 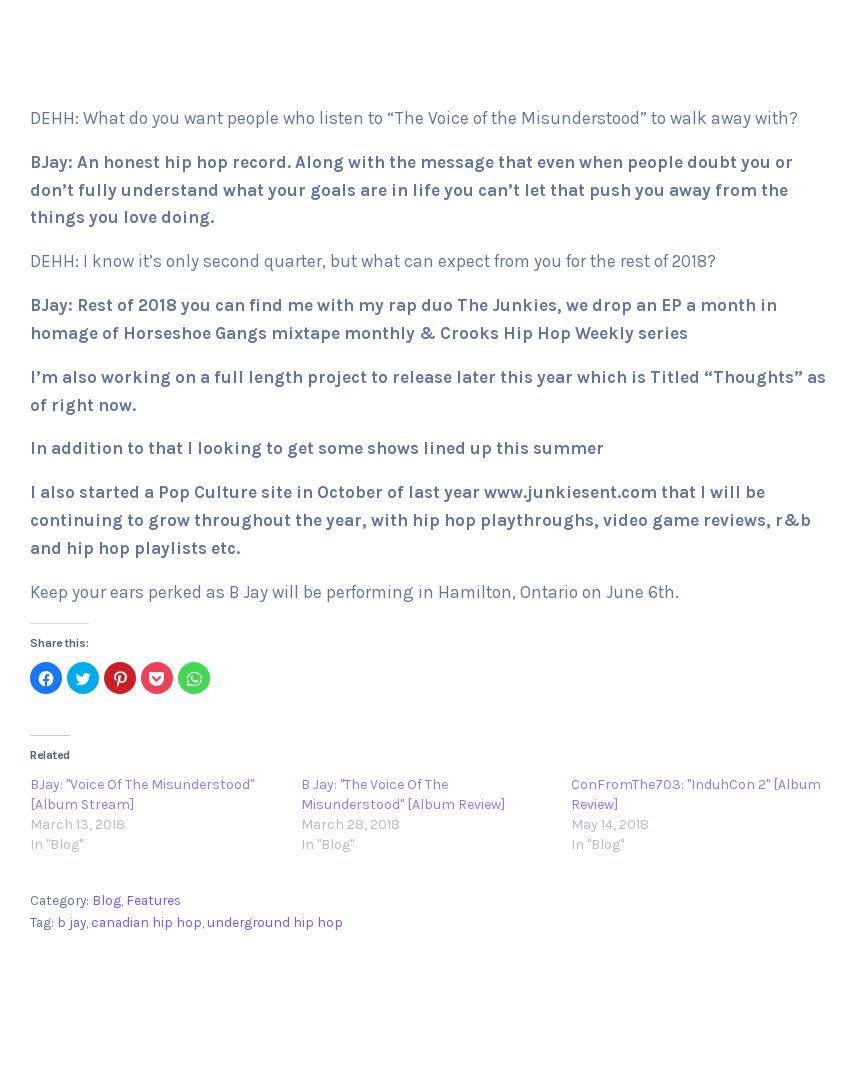 What do you see at coordinates (420, 518) in the screenshot?
I see `'I also started a Pop Culture site in October of last year www.junkiesent.com that I will be continuing to grow throughout the year, with hip hop playthroughs, video game reviews, r&b and hip hop playlists etc.'` at bounding box center [420, 518].